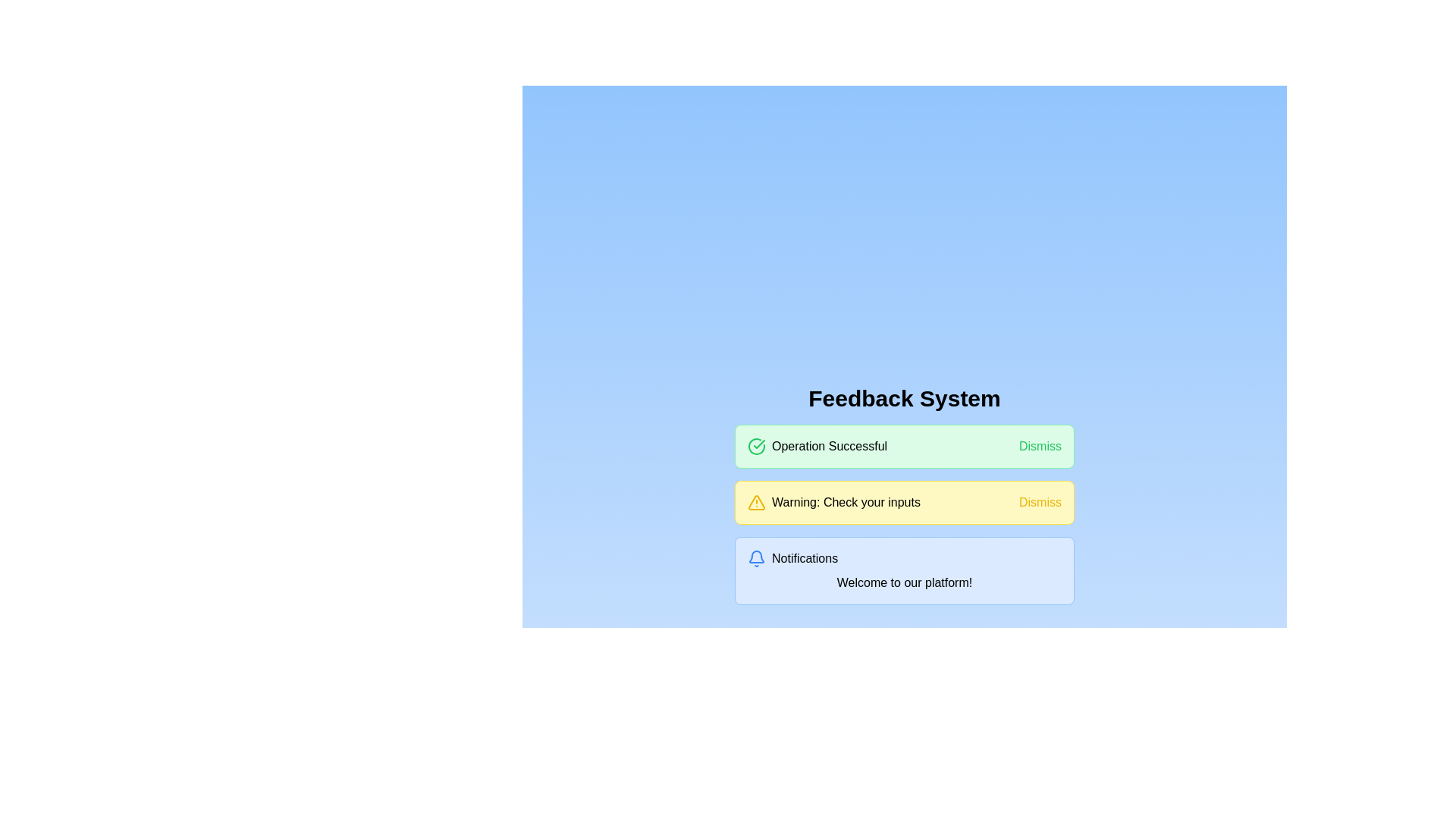  What do you see at coordinates (845, 503) in the screenshot?
I see `the static text label displaying 'Warning: Check your inputs', which is styled in bold black font within a yellow notification banner, to possibly view additional details` at bounding box center [845, 503].